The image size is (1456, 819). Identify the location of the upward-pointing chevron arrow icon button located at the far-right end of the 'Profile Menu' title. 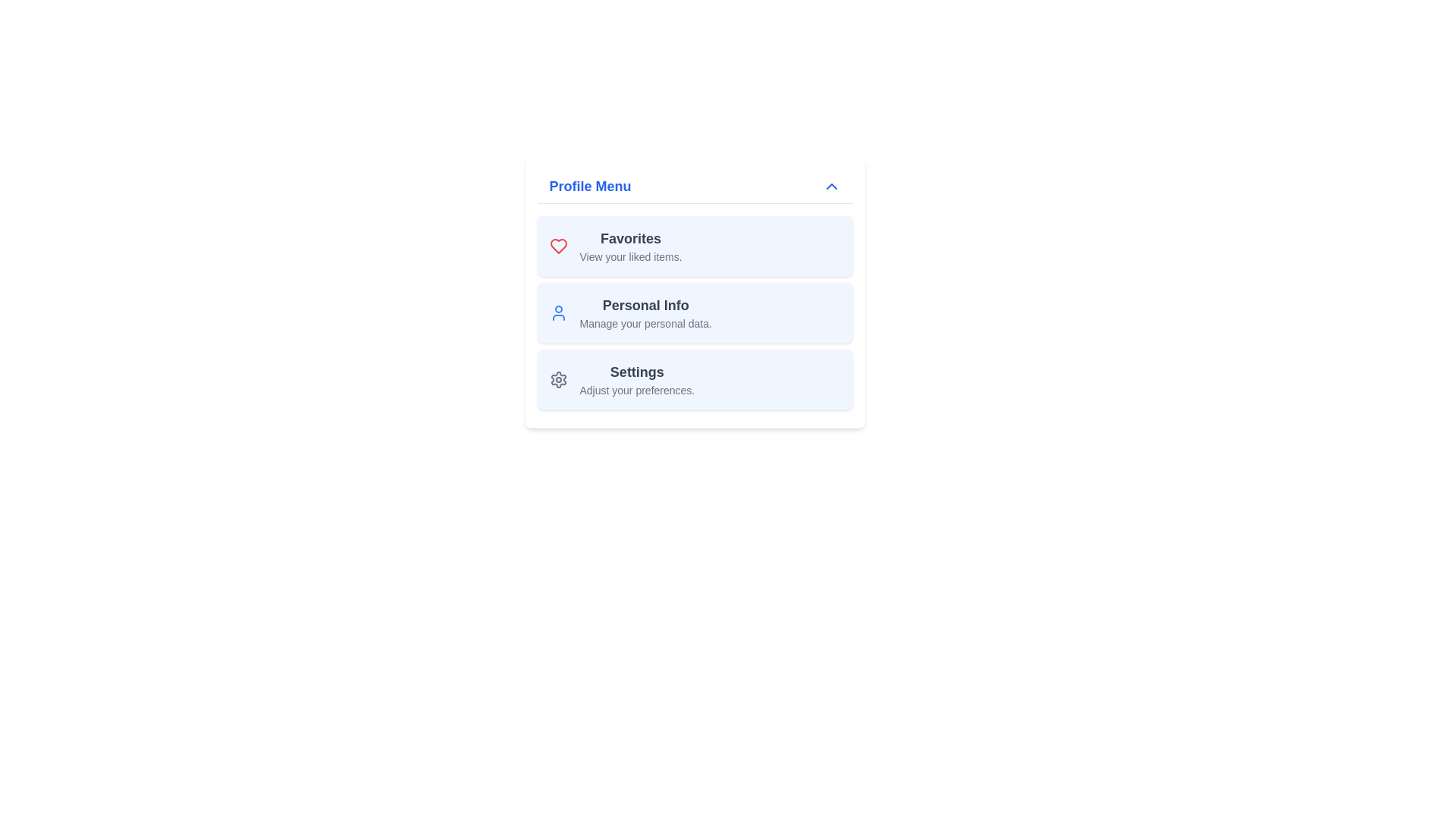
(830, 186).